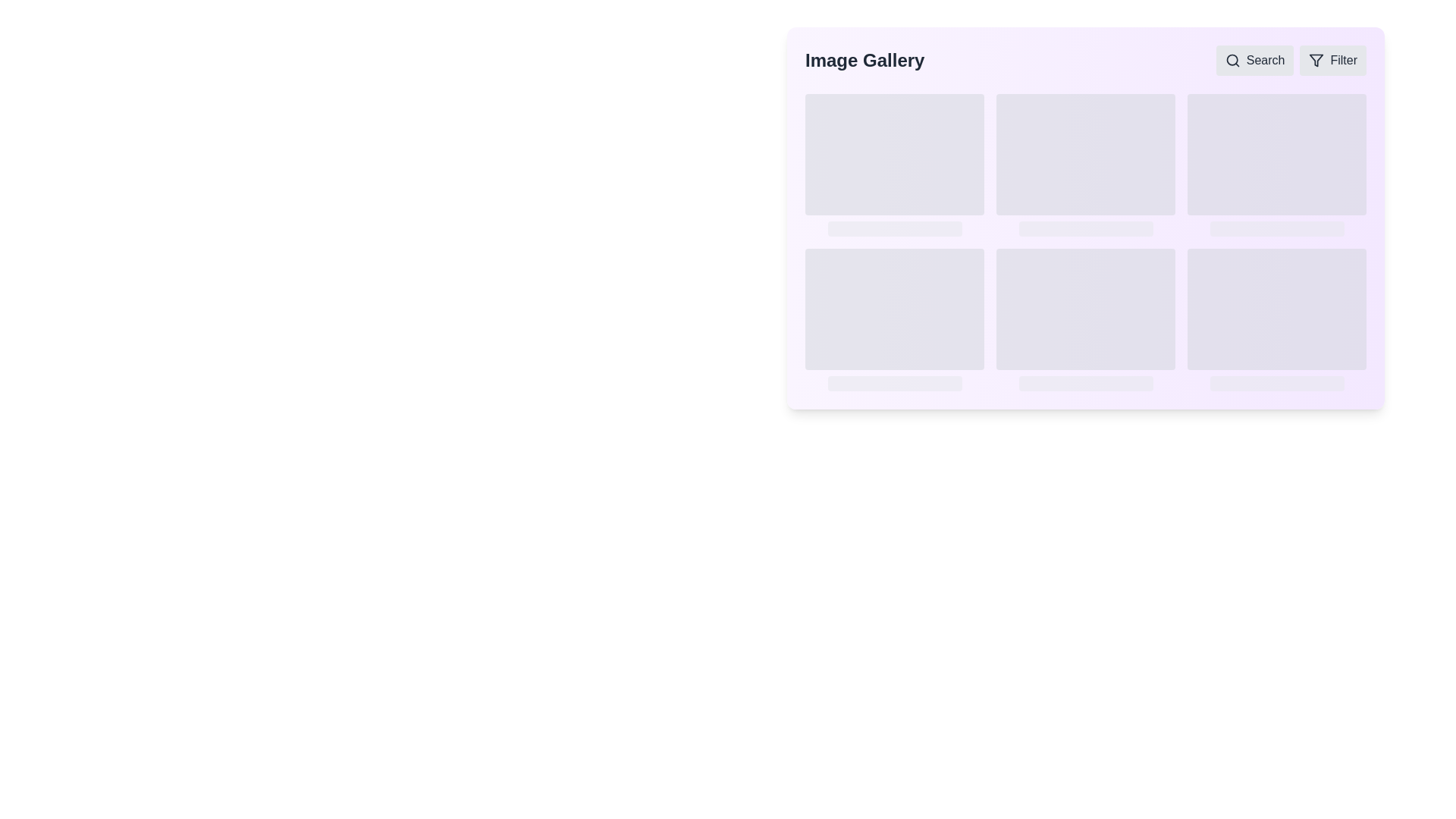 The height and width of the screenshot is (819, 1456). What do you see at coordinates (1084, 165) in the screenshot?
I see `the Placeholder element which consists of a larger light gray rounded rectangle at the top and a smaller darker gray rounded rectangle below, located as the second item in the first row of a three-column grid` at bounding box center [1084, 165].